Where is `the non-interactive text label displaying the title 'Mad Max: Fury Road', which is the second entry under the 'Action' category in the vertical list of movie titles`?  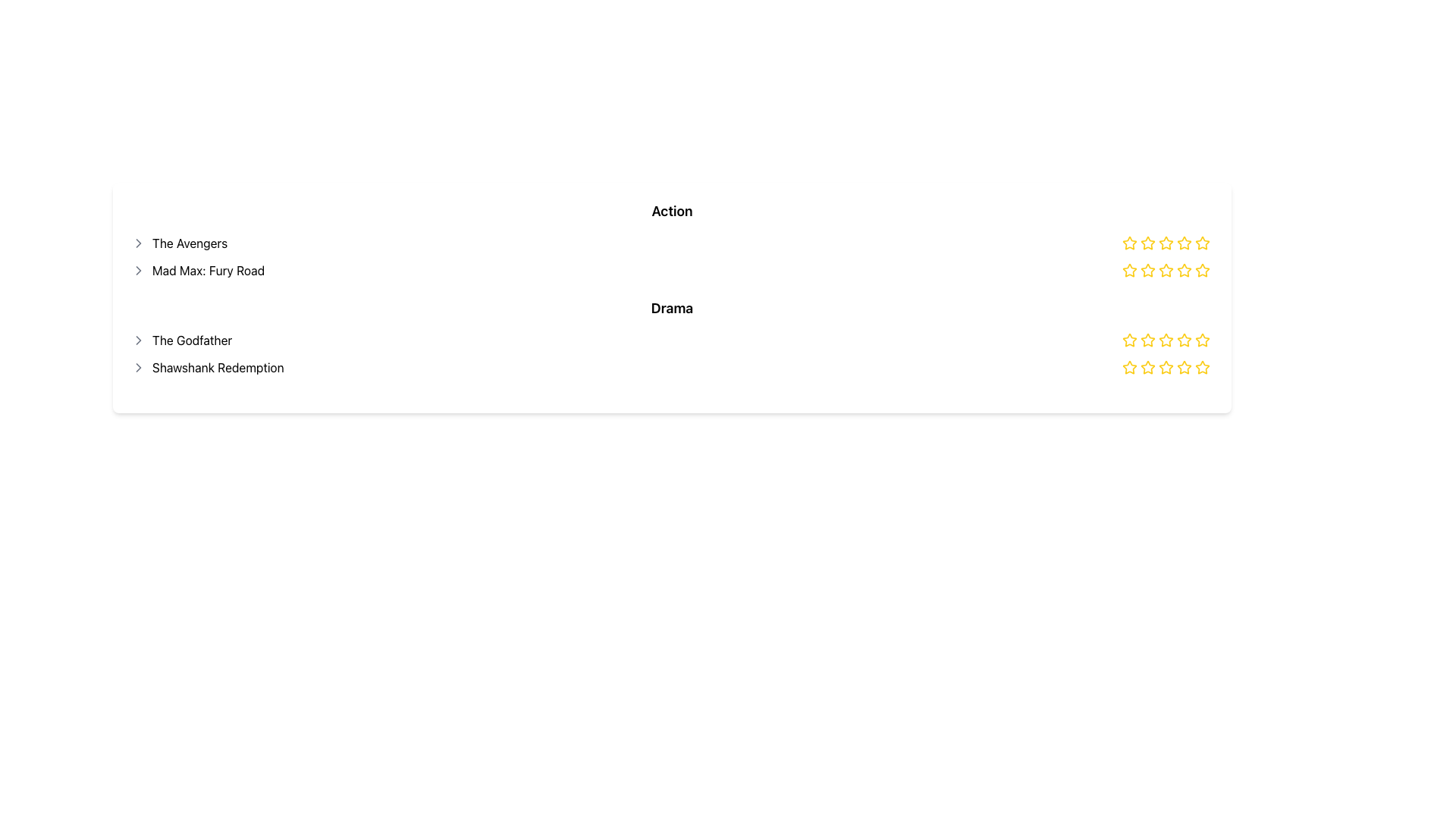
the non-interactive text label displaying the title 'Mad Max: Fury Road', which is the second entry under the 'Action' category in the vertical list of movie titles is located at coordinates (208, 270).